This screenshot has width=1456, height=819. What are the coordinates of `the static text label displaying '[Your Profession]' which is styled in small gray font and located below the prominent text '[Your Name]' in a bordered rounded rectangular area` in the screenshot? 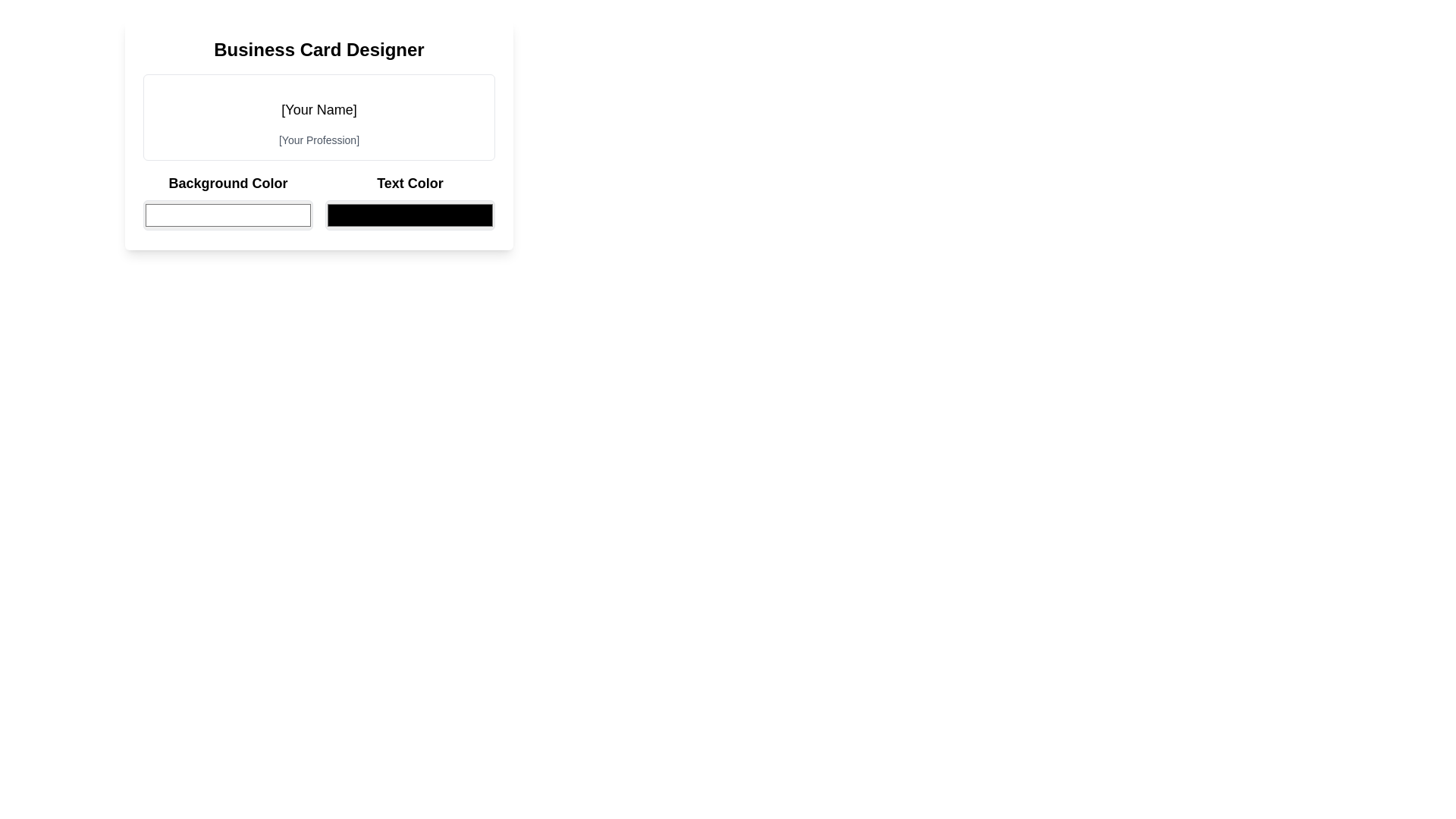 It's located at (318, 140).